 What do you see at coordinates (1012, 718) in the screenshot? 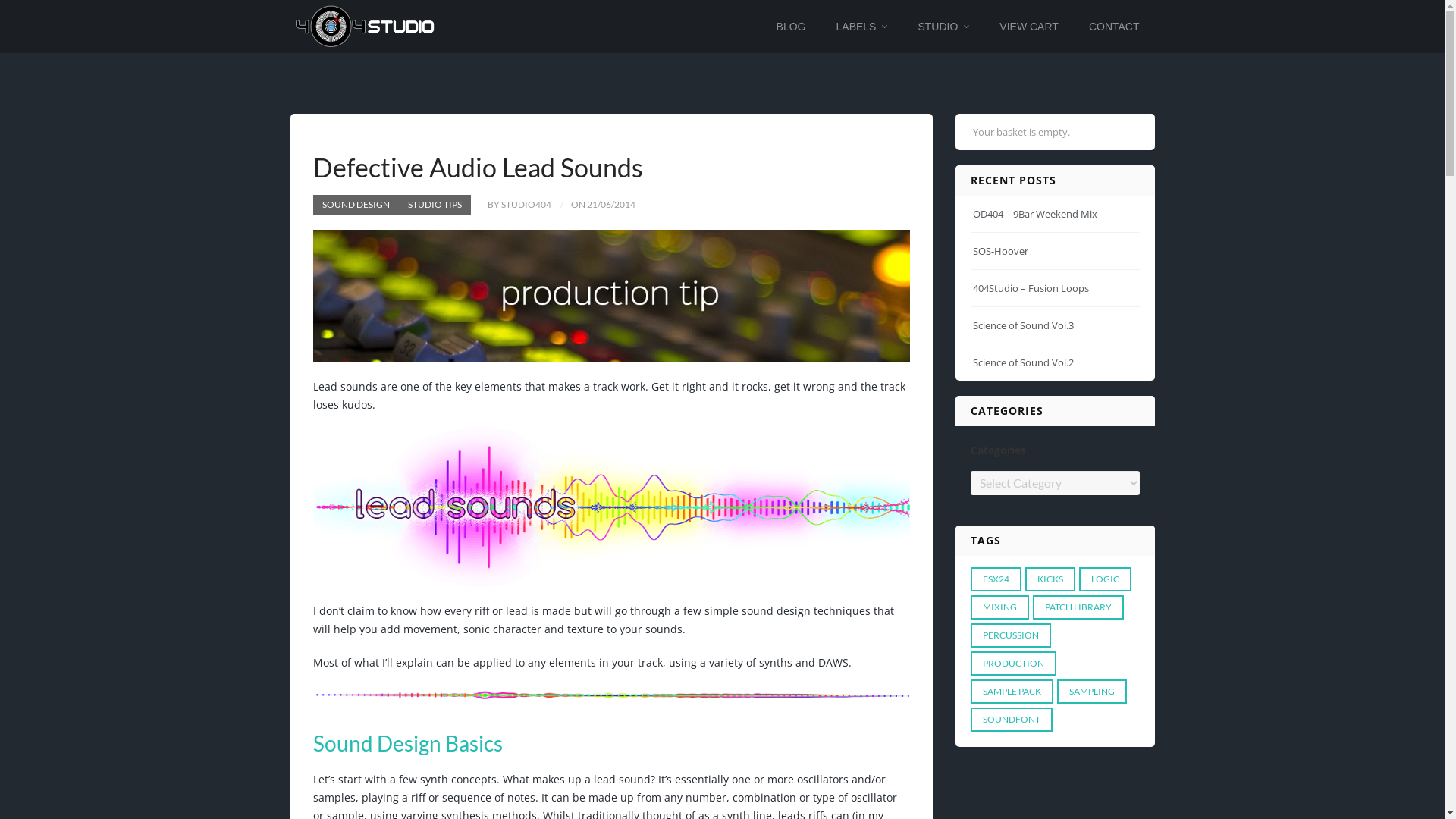
I see `'SOUNDFONT'` at bounding box center [1012, 718].